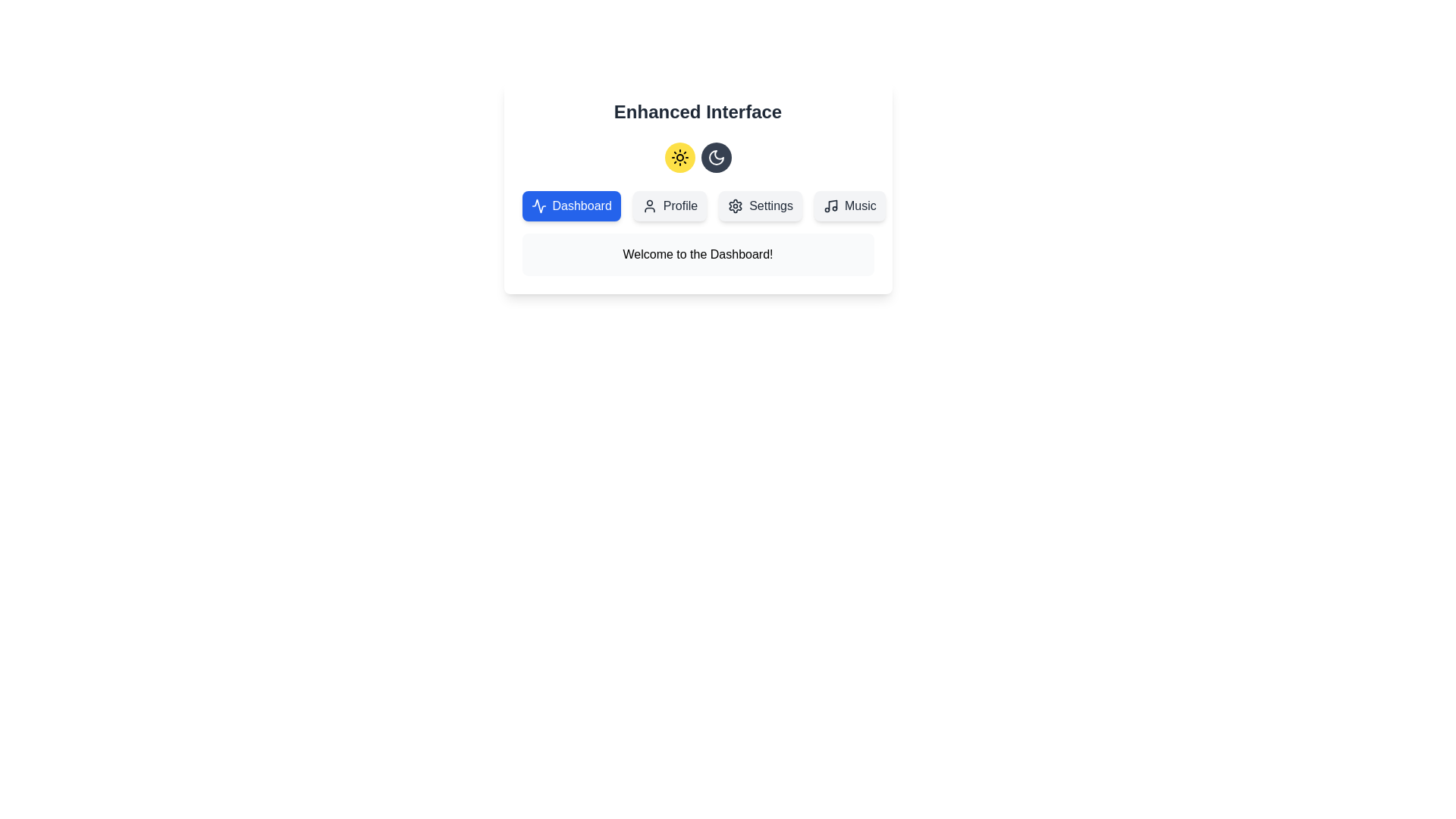  Describe the element at coordinates (715, 158) in the screenshot. I see `the circular button located at the top center of the interface, to the right of the yellow sun-shaped icon, to switch the interface theme to dark mode` at that location.